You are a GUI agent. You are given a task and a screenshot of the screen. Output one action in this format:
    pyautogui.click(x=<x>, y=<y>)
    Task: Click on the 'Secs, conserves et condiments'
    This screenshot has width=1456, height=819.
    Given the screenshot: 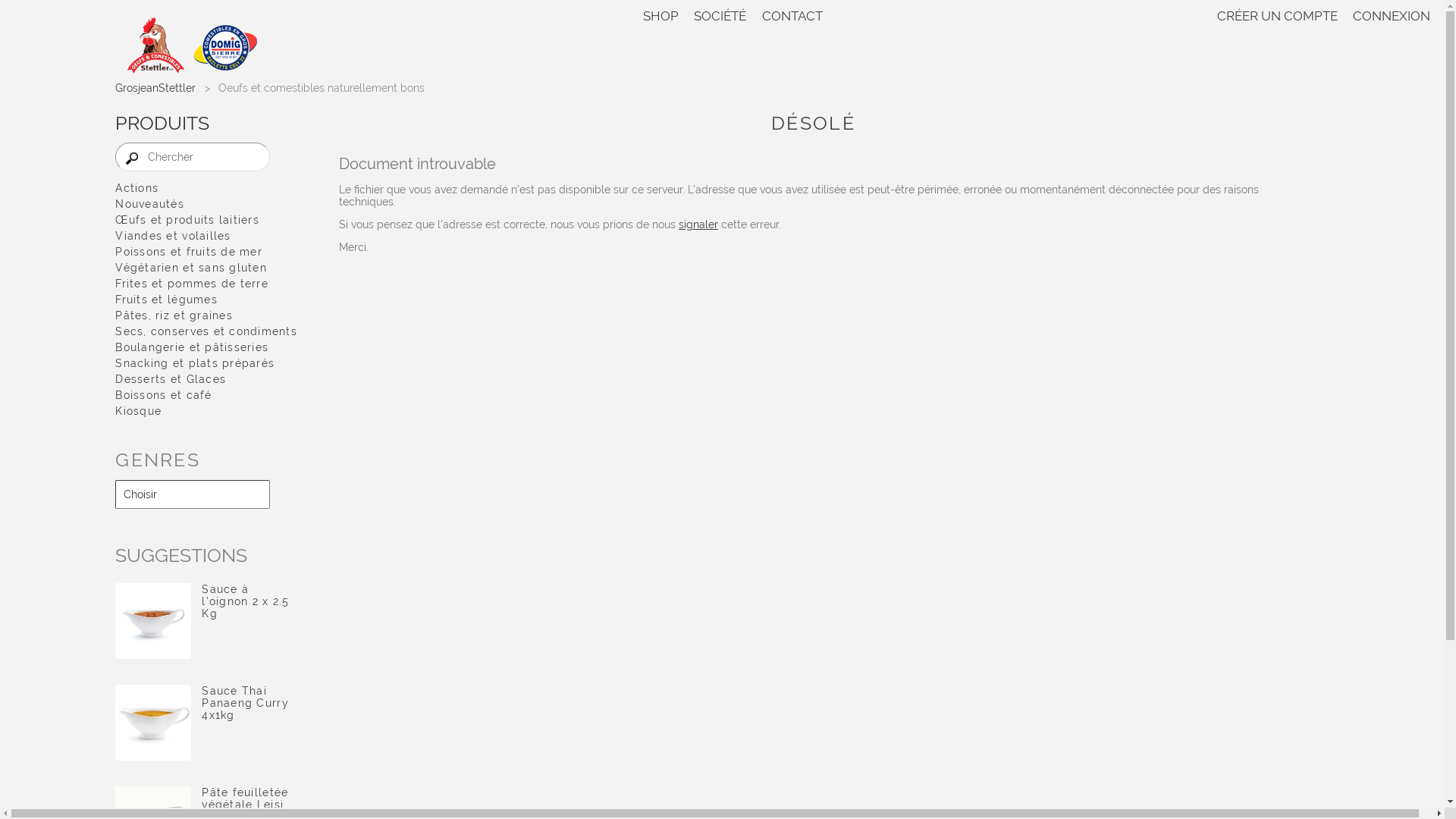 What is the action you would take?
    pyautogui.click(x=206, y=330)
    